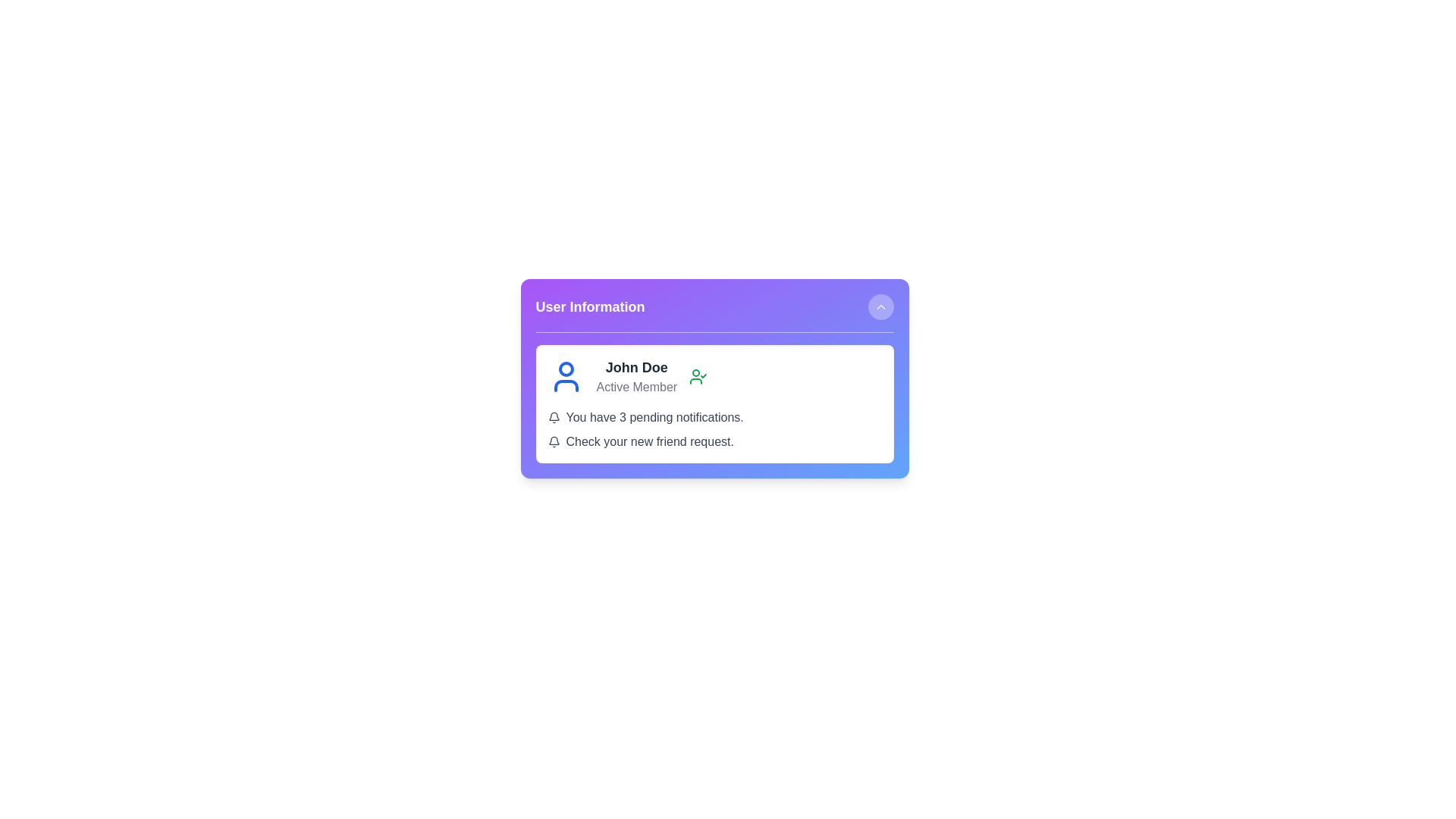  Describe the element at coordinates (553, 441) in the screenshot. I see `the notification icon located to the left of the text 'Check your new friend request.' in the 'User Information' card` at that location.